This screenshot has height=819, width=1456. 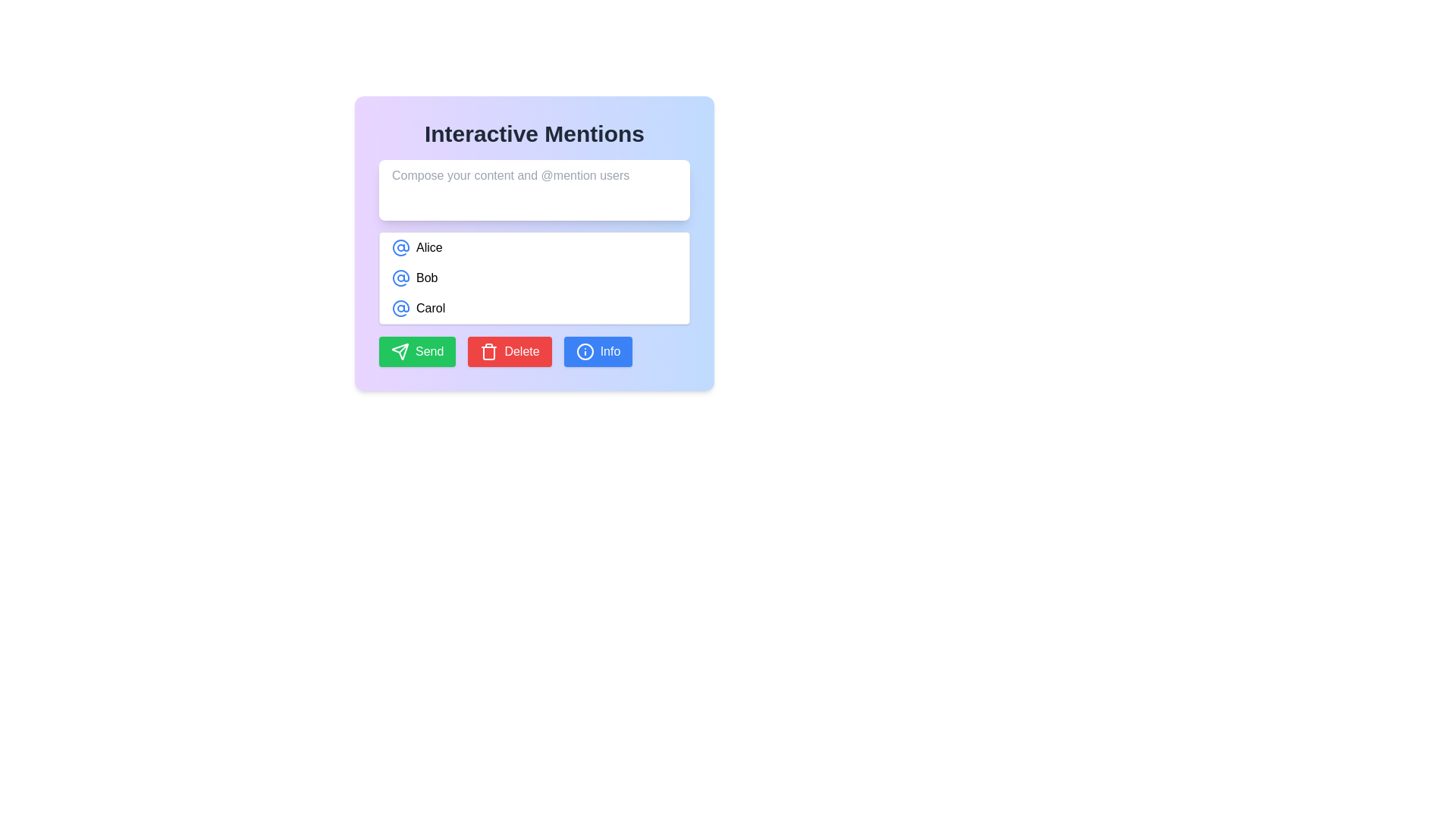 What do you see at coordinates (584, 351) in the screenshot?
I see `the blue circular element with a white border that is part of the 'Info' button located at the bottom right corner of the card layout` at bounding box center [584, 351].